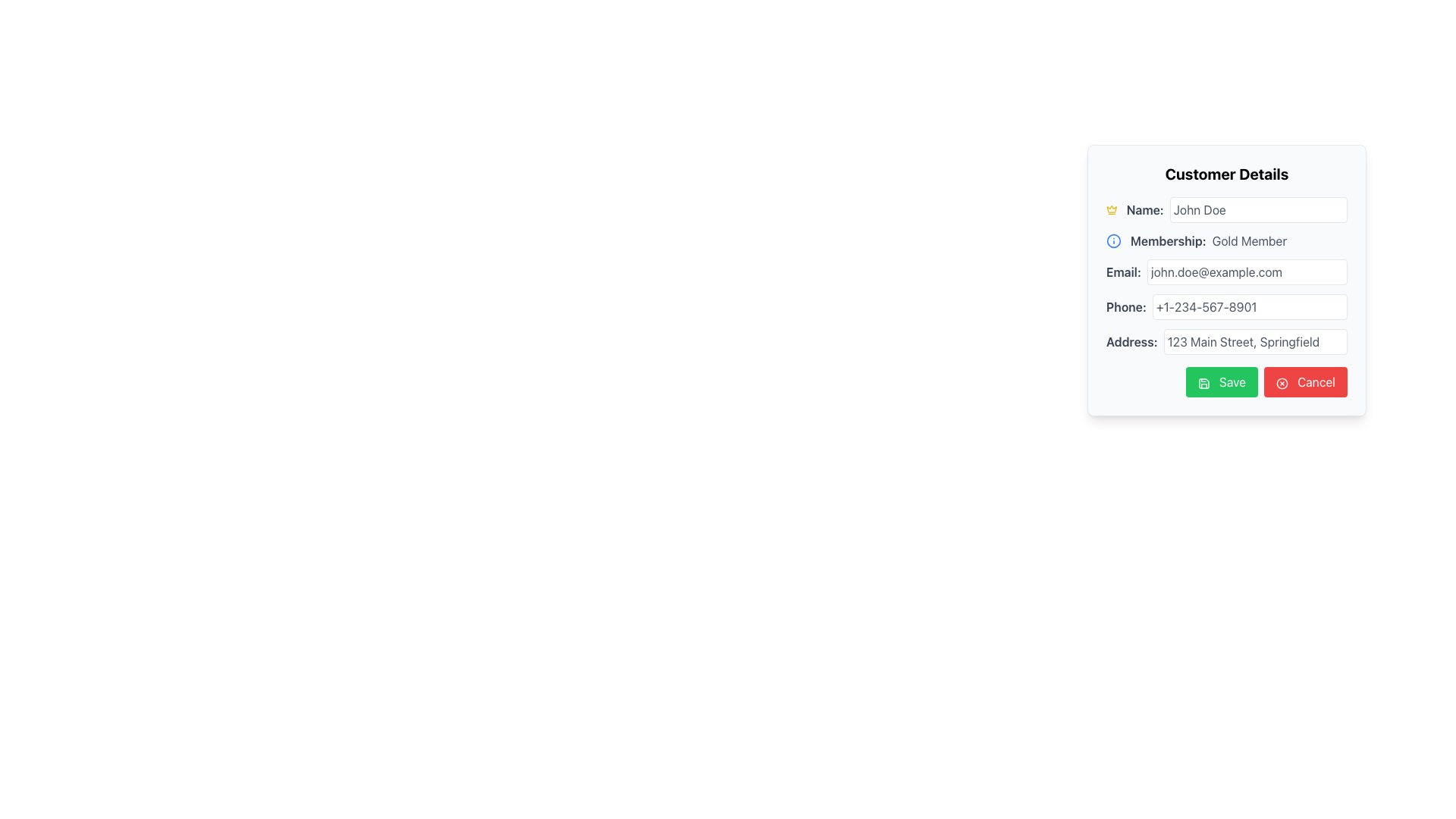  What do you see at coordinates (1226, 174) in the screenshot?
I see `the text label that serves as a title or heading for the customer details panel, positioned at the top and centered in the panel` at bounding box center [1226, 174].